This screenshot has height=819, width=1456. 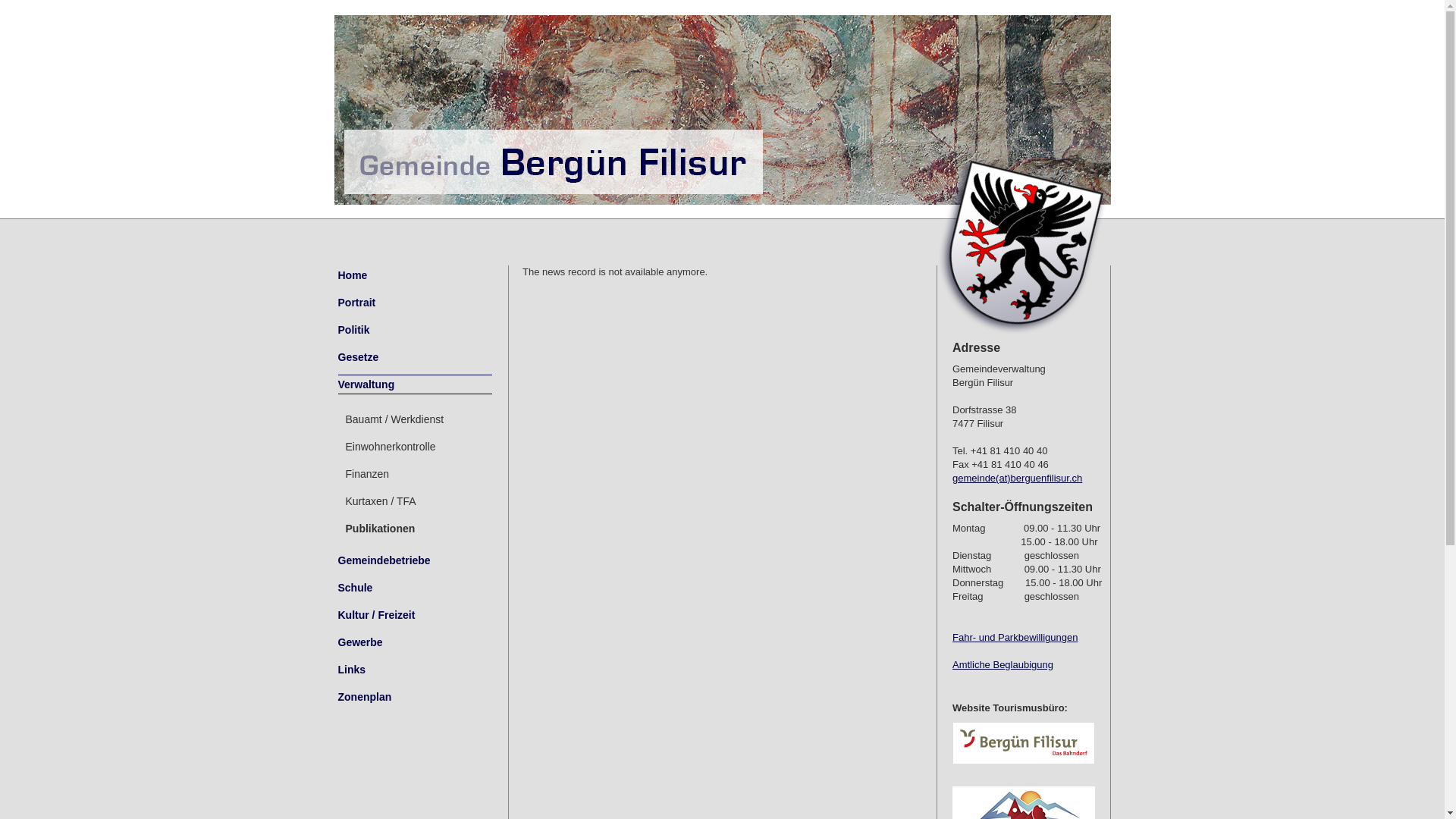 What do you see at coordinates (415, 669) in the screenshot?
I see `'Links'` at bounding box center [415, 669].